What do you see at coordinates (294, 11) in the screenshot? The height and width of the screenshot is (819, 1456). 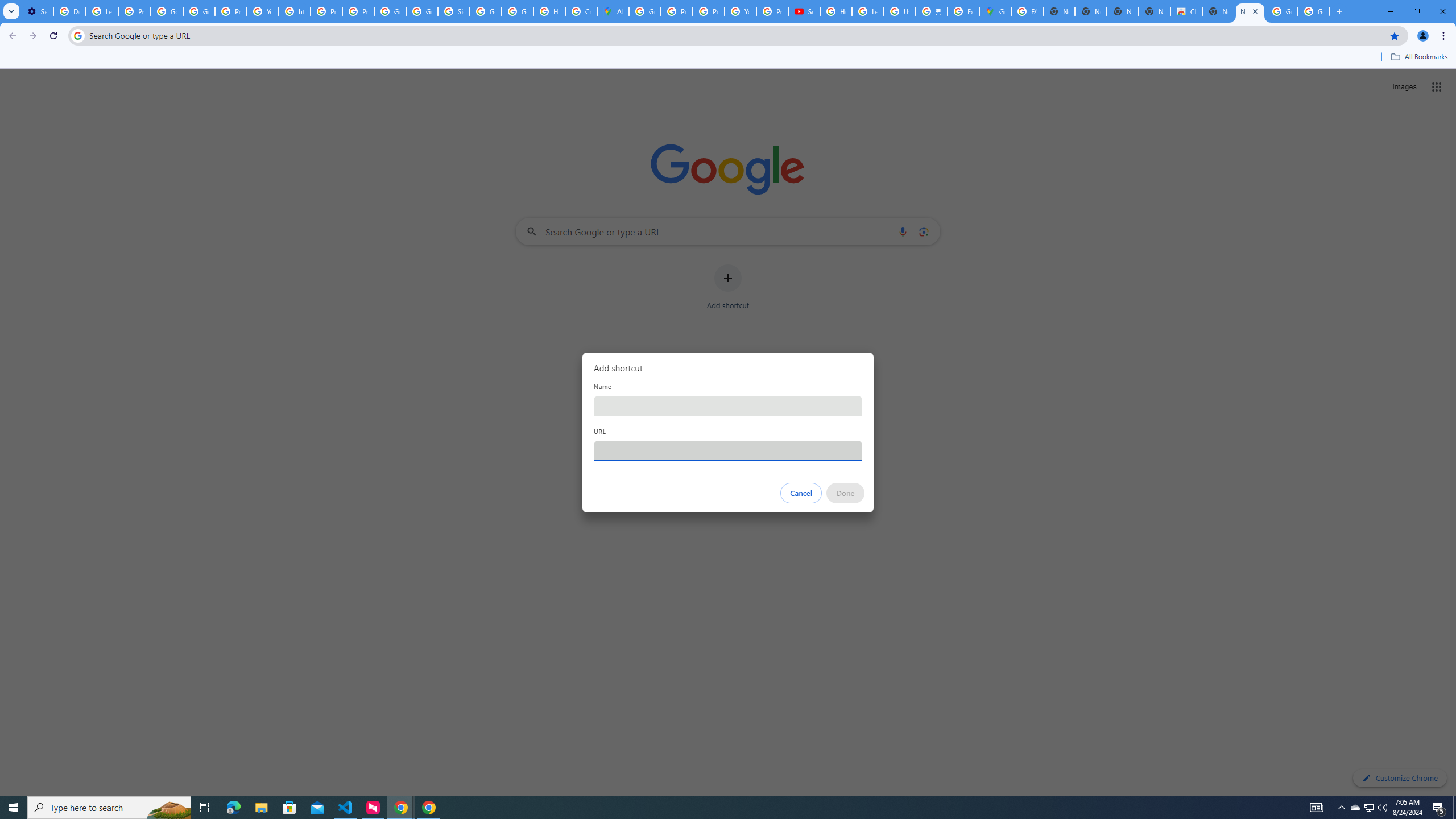 I see `'https://scholar.google.com/'` at bounding box center [294, 11].